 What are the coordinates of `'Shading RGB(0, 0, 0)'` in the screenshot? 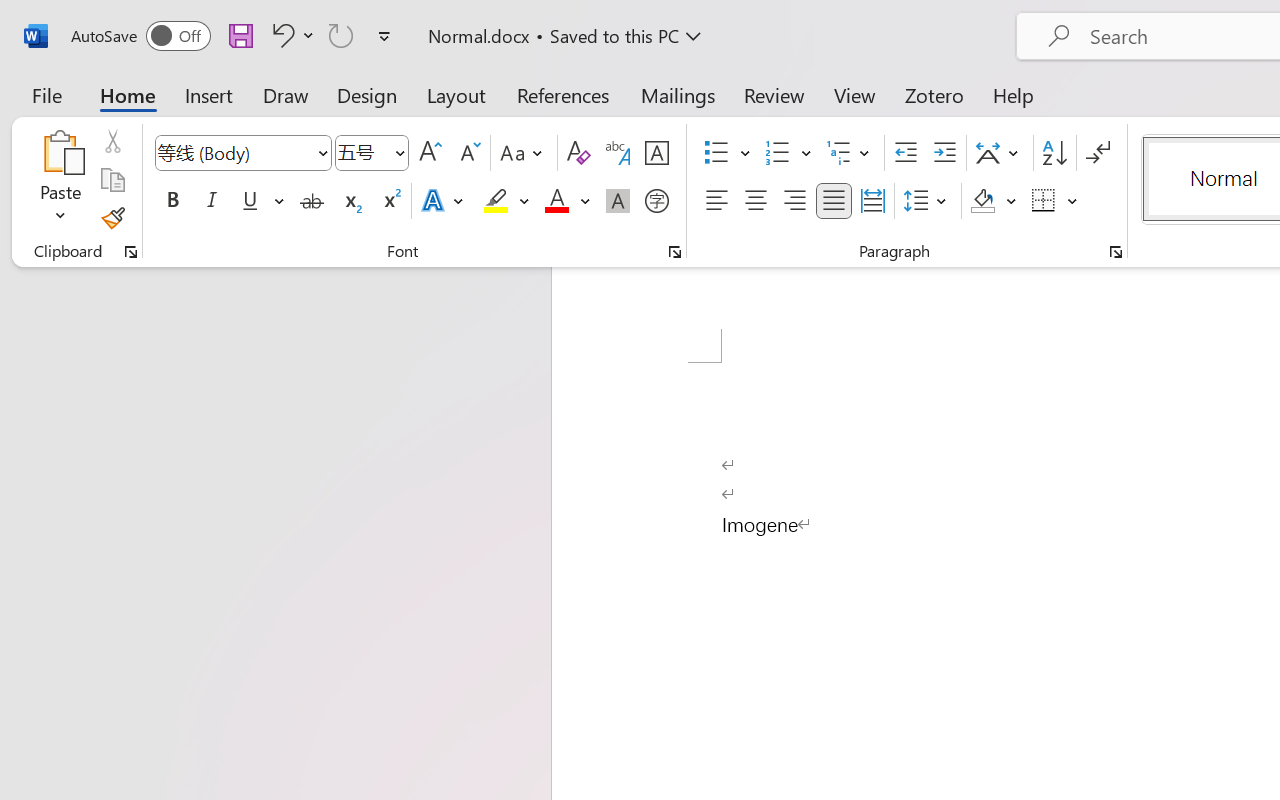 It's located at (983, 201).